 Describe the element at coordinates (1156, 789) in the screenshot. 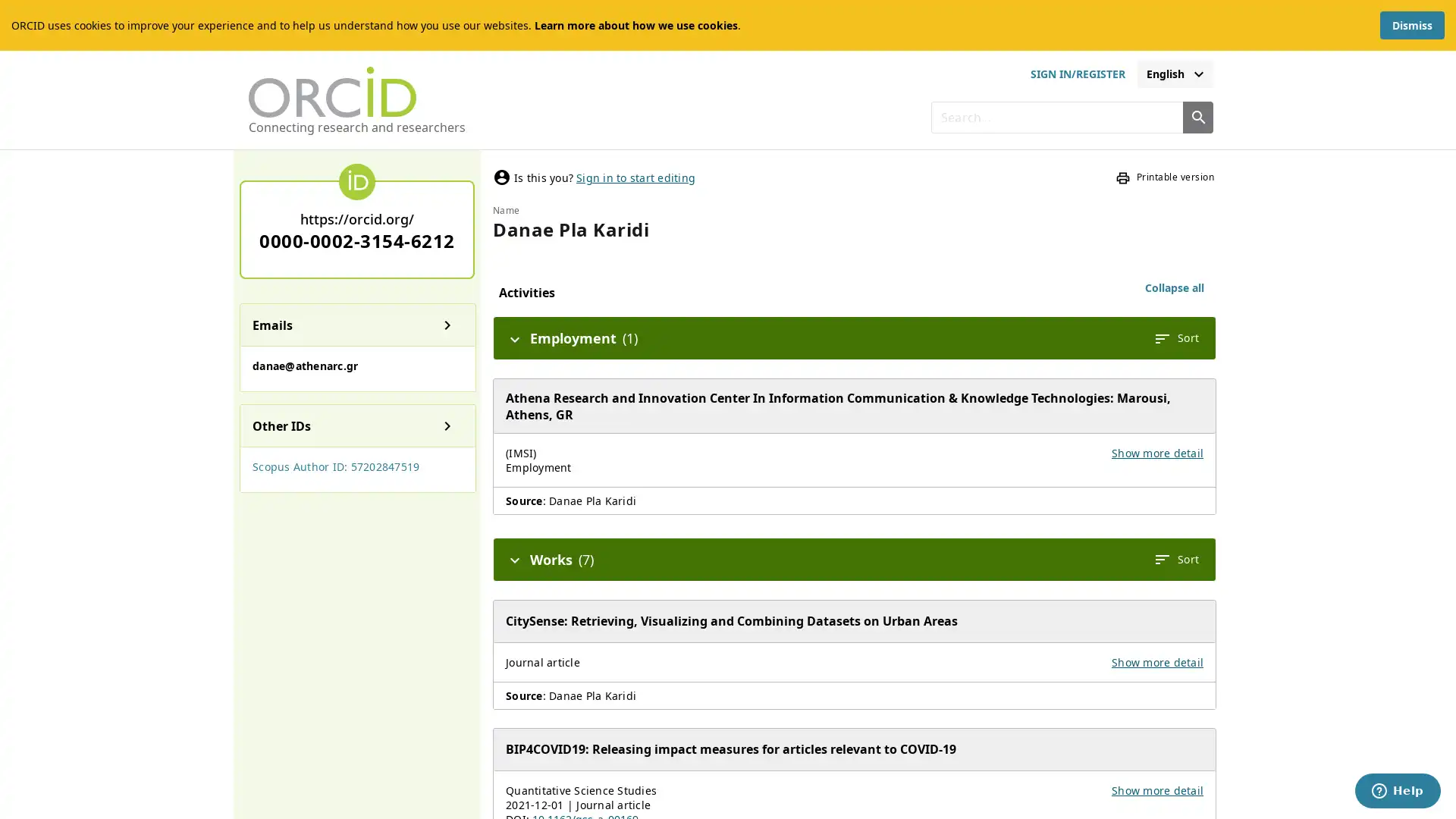

I see `Show more detail` at that location.